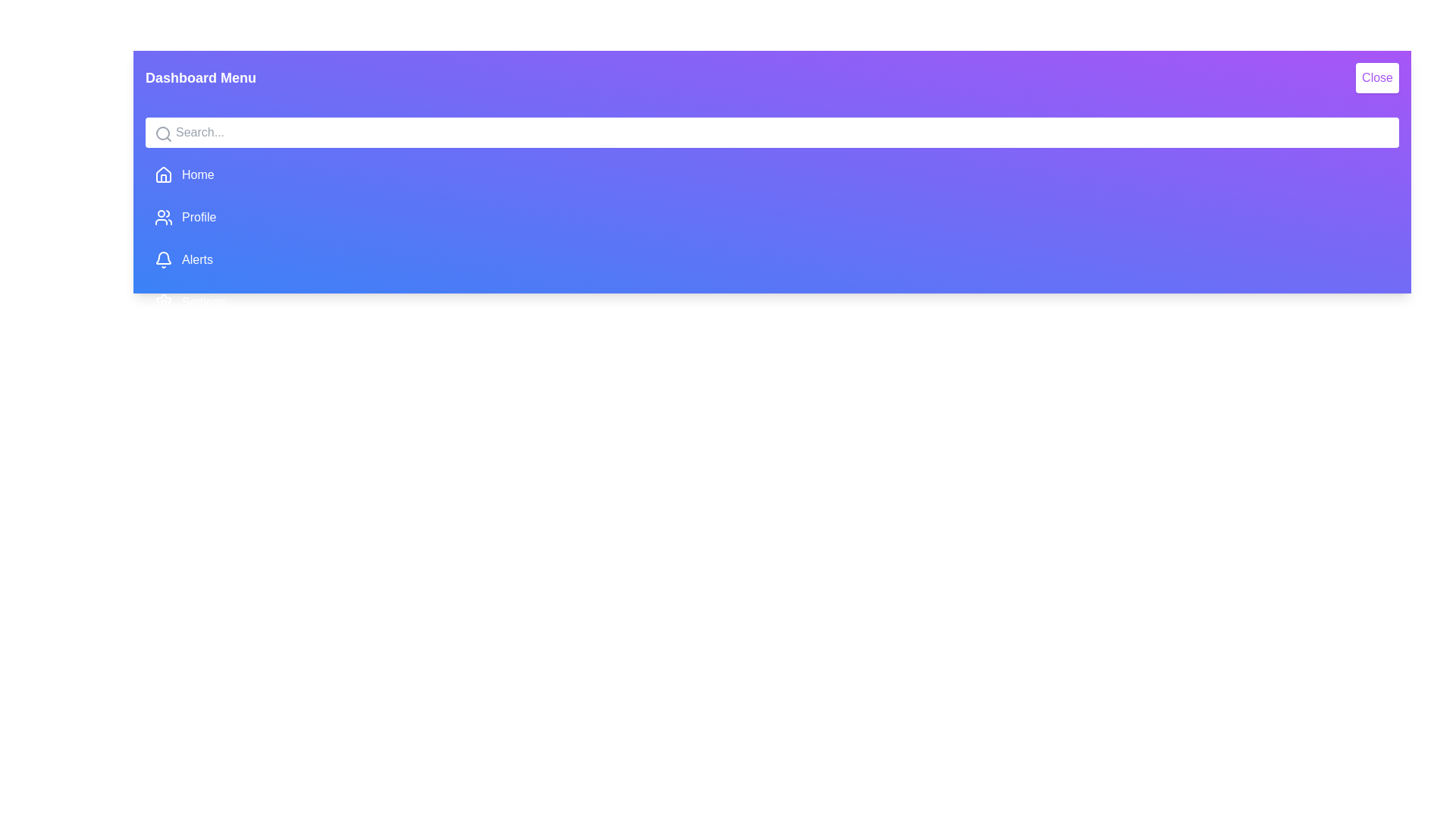 This screenshot has width=1456, height=819. I want to click on the 'Profile' text label in the sidebar navigation menu, which is displayed in a light font on a blue background, located below the 'Home' menu item and above the 'Alerts' menu item, so click(198, 217).